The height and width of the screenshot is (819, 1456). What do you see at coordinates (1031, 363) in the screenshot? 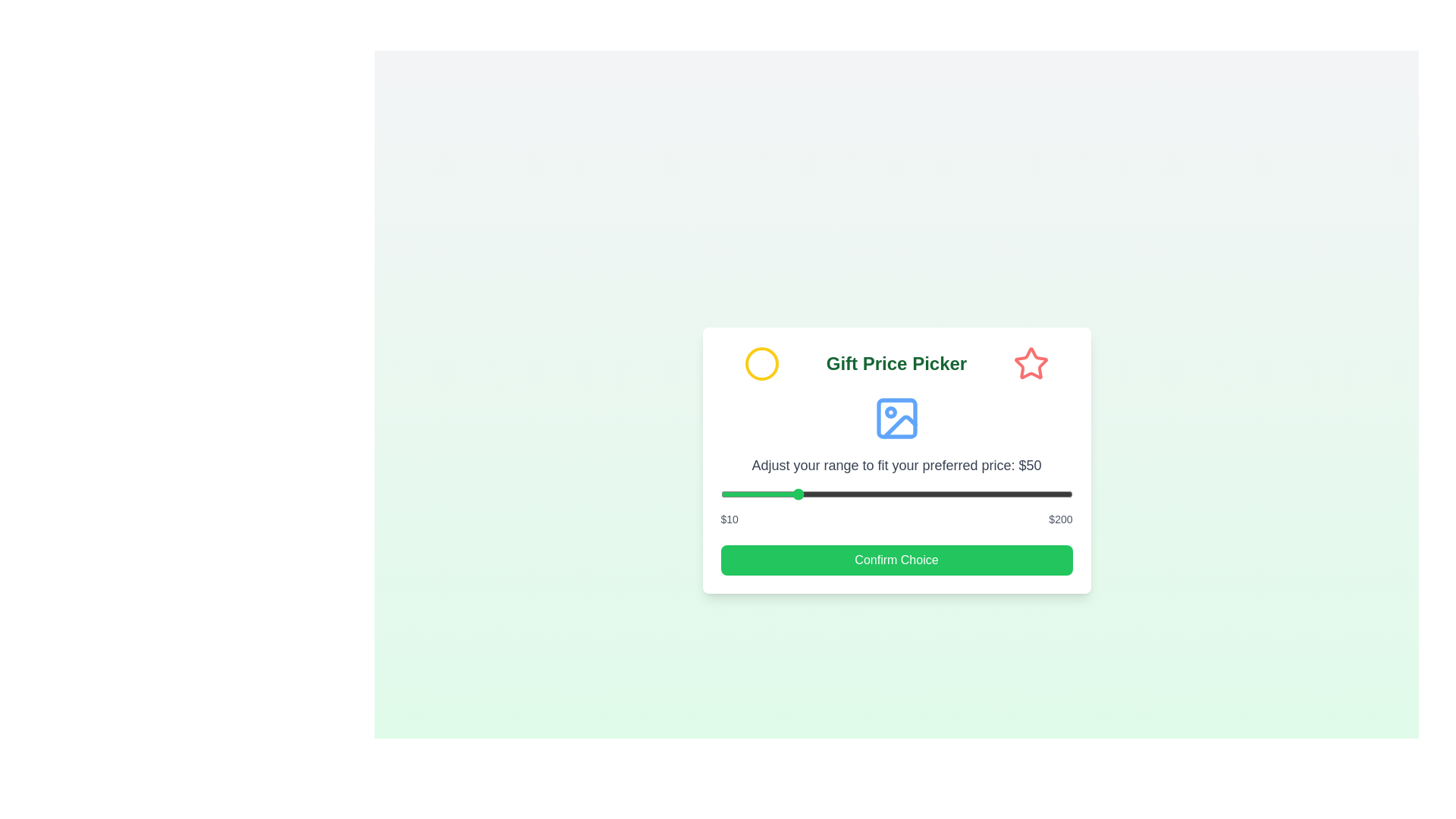
I see `the decorative icon star` at bounding box center [1031, 363].